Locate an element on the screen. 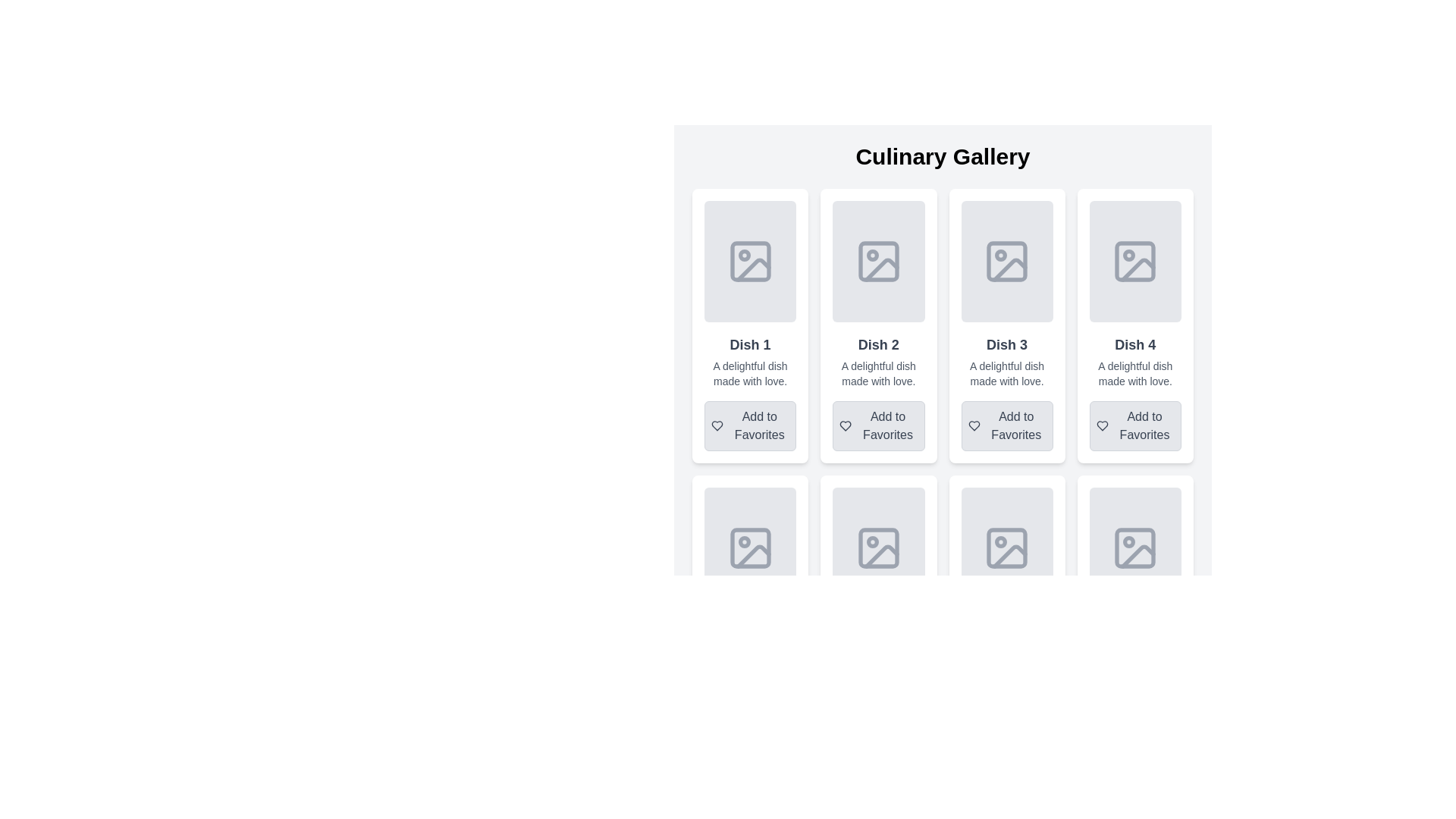 This screenshot has width=1456, height=819. the heart-shaped vector graphic icon located within the 'Add to Favorites' button beneath the 'Dish 1' card in the gallery grid is located at coordinates (717, 426).